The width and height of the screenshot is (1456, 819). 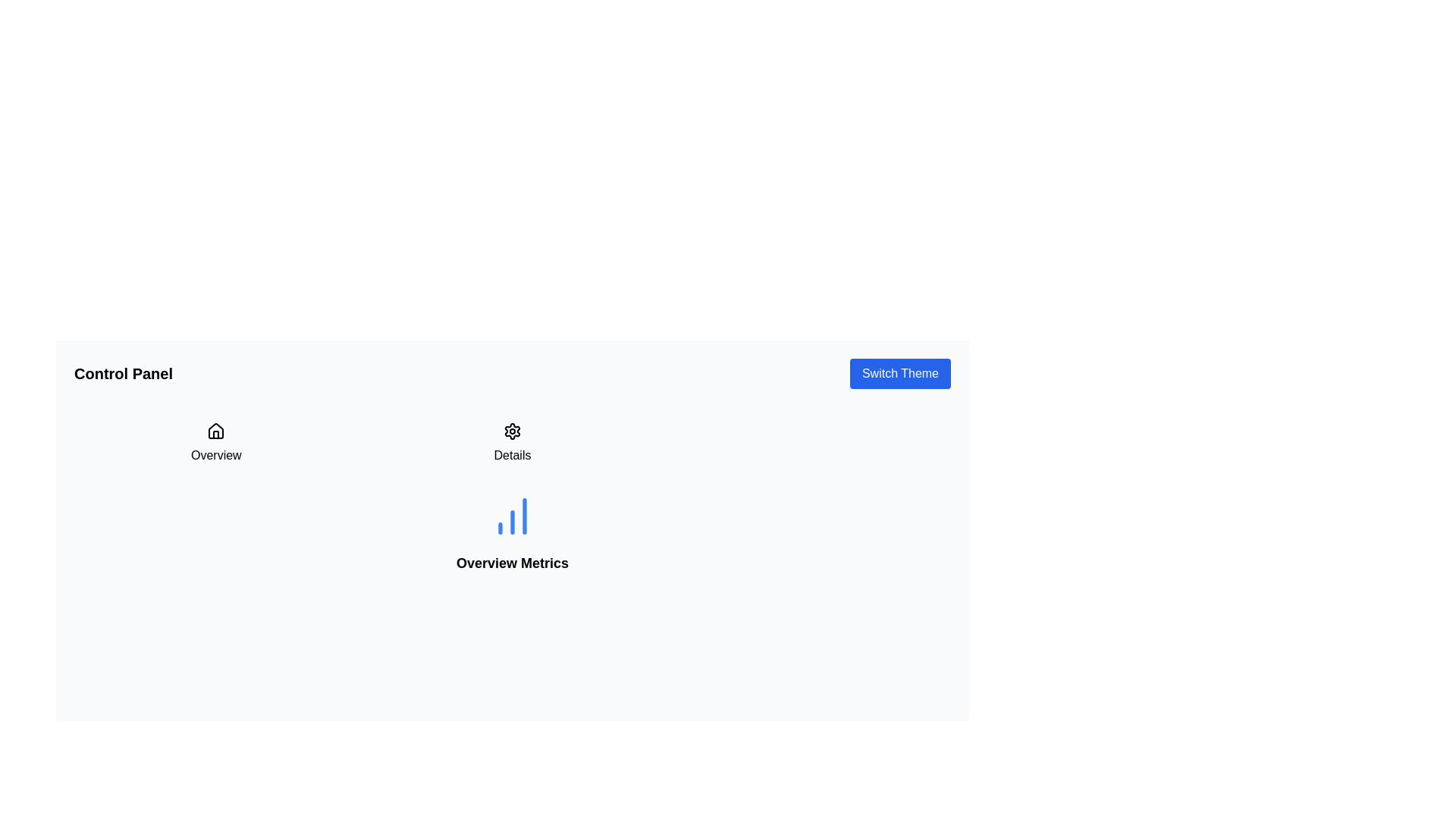 I want to click on the text content of the 'Control Panel' label, which is a prominent header styled in bold and large font, located in the top-left section of the interface, so click(x=124, y=374).